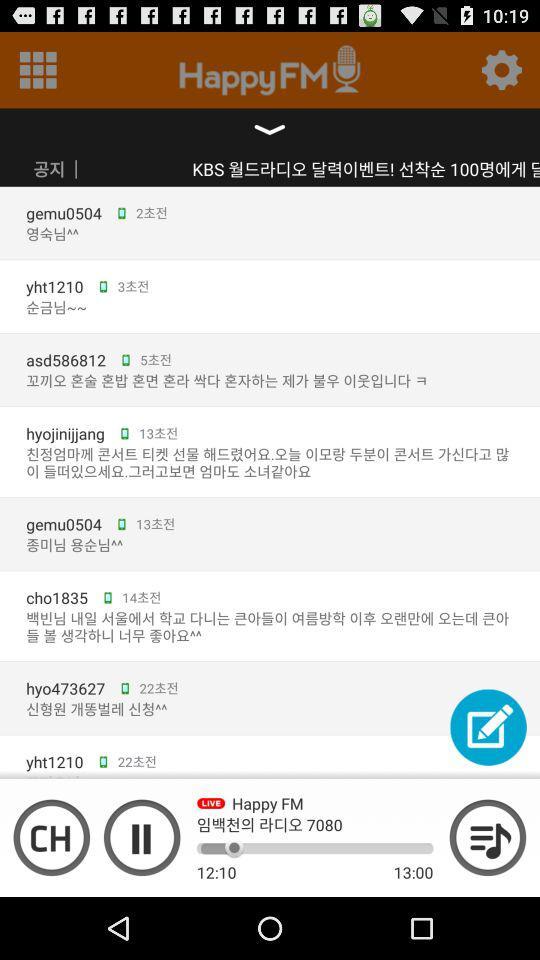  I want to click on the playlist icon, so click(487, 895).